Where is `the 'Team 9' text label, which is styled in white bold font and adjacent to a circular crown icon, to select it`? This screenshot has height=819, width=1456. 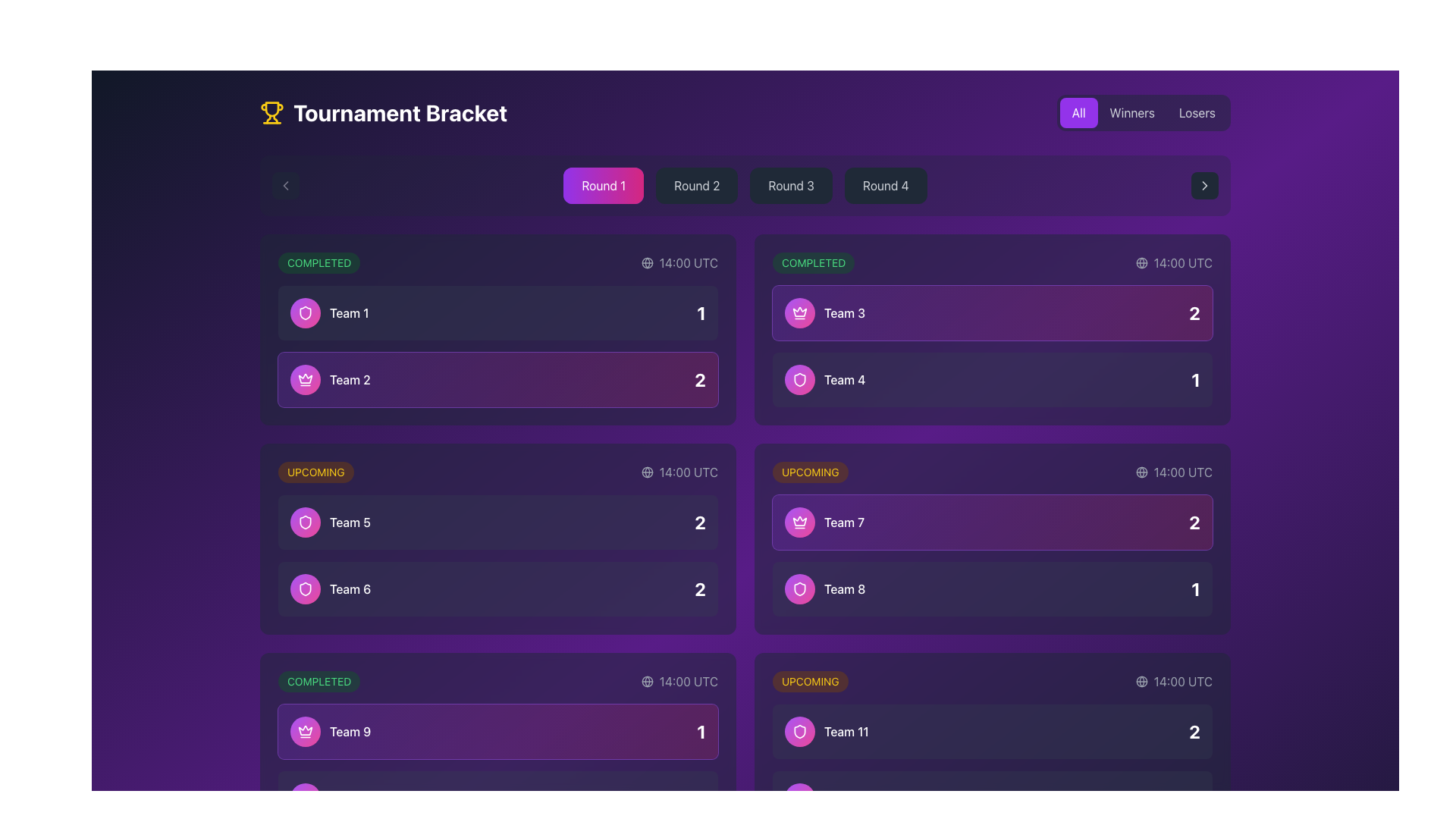 the 'Team 9' text label, which is styled in white bold font and adjacent to a circular crown icon, to select it is located at coordinates (330, 730).